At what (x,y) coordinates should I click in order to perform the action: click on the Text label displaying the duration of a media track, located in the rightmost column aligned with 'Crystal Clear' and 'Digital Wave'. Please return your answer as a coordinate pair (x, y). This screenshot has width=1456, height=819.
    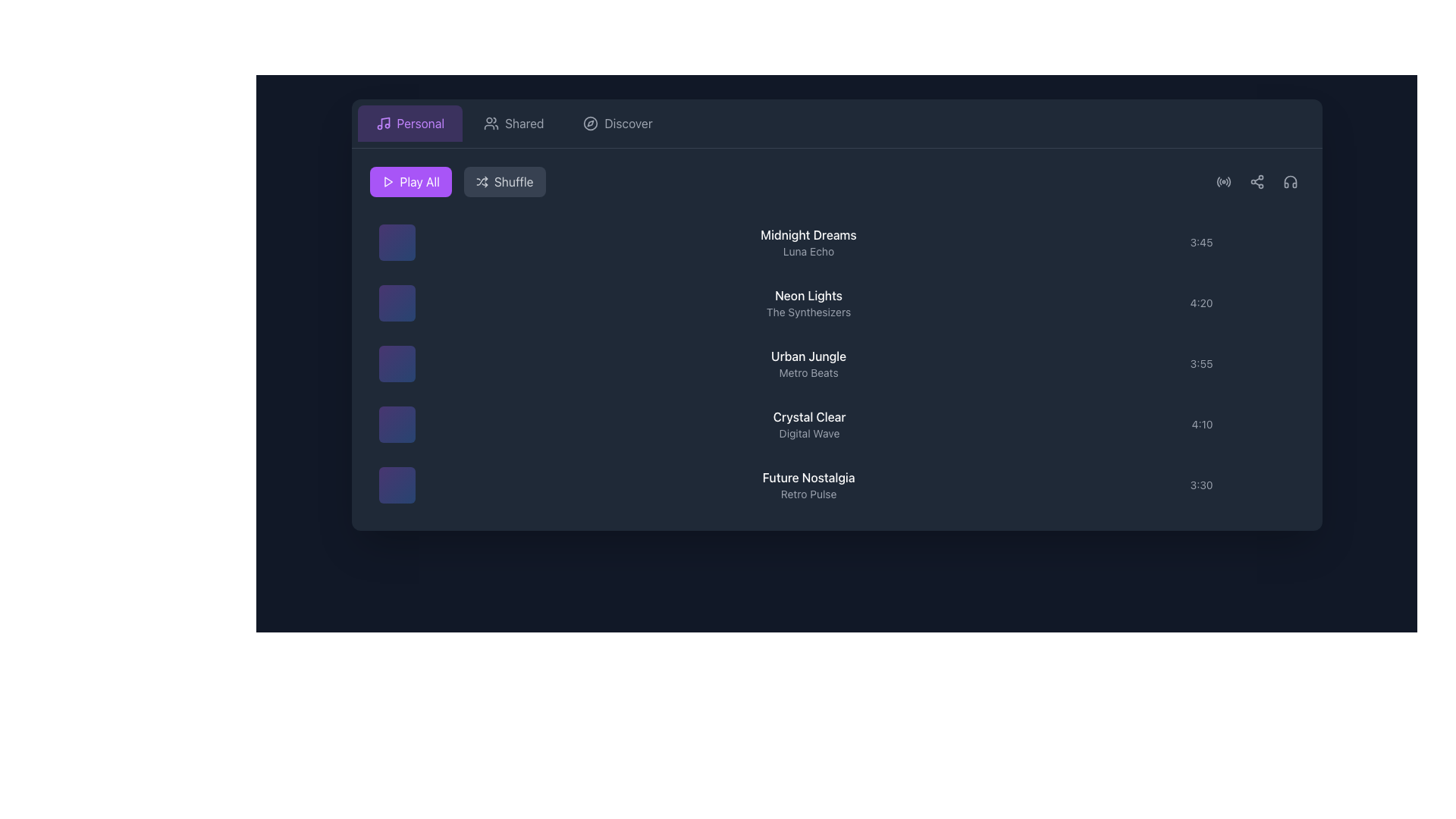
    Looking at the image, I should click on (1200, 303).